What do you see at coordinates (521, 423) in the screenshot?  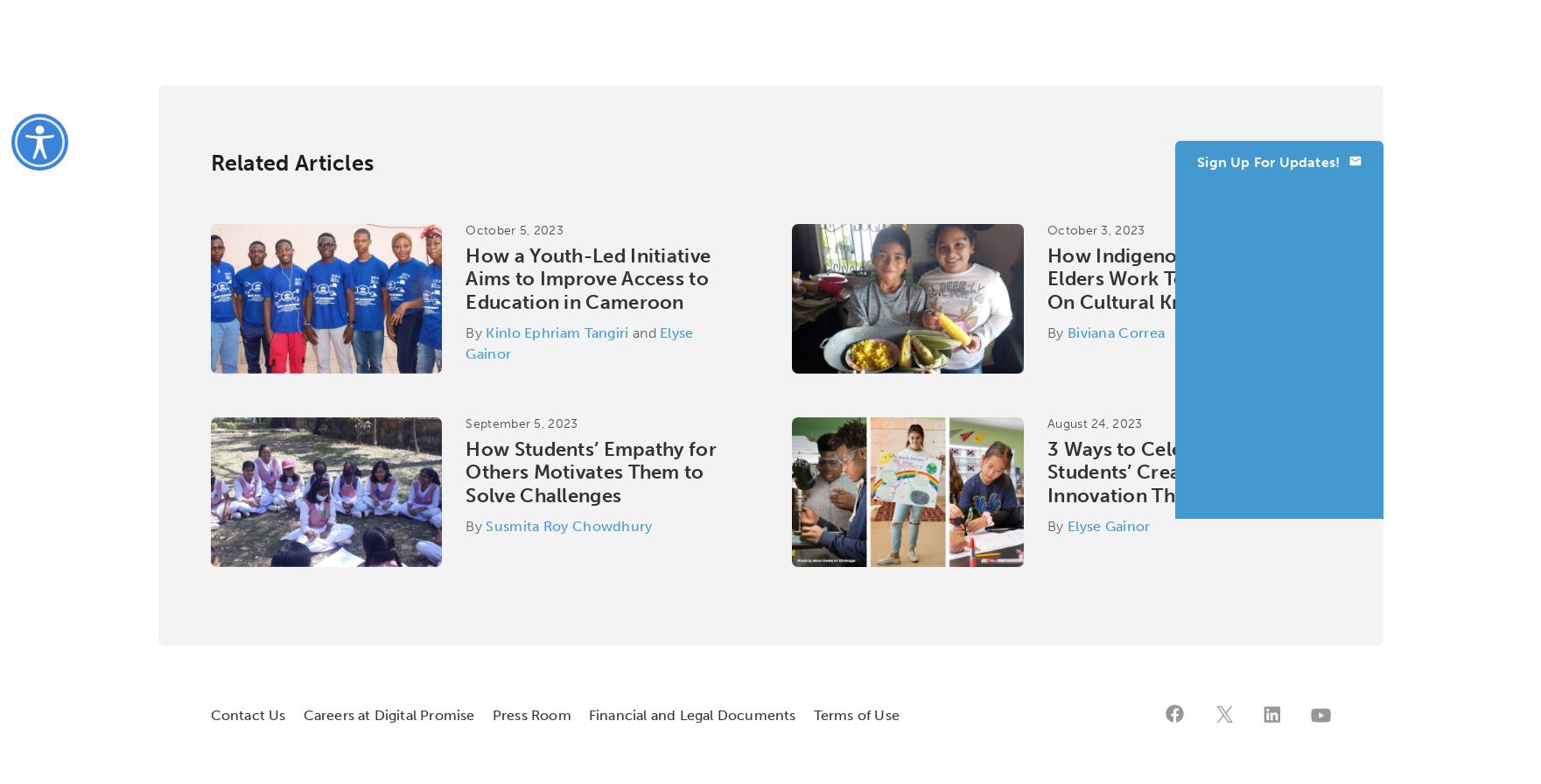 I see `'September 5, 2023'` at bounding box center [521, 423].